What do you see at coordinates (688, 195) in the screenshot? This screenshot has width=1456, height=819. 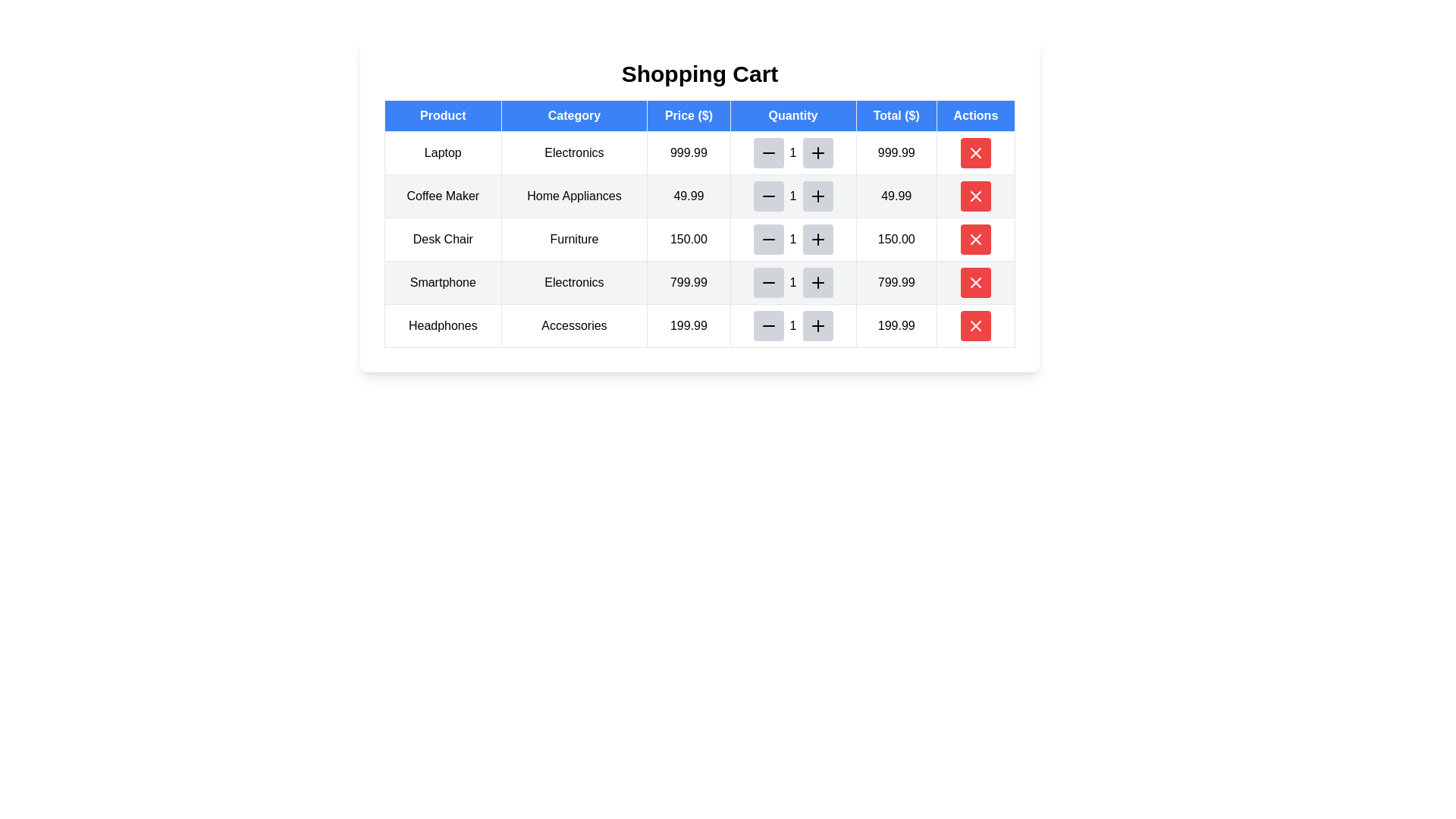 I see `displayed price of the 'Coffee Maker' item located in the third cell of the second row in the shopping cart list` at bounding box center [688, 195].